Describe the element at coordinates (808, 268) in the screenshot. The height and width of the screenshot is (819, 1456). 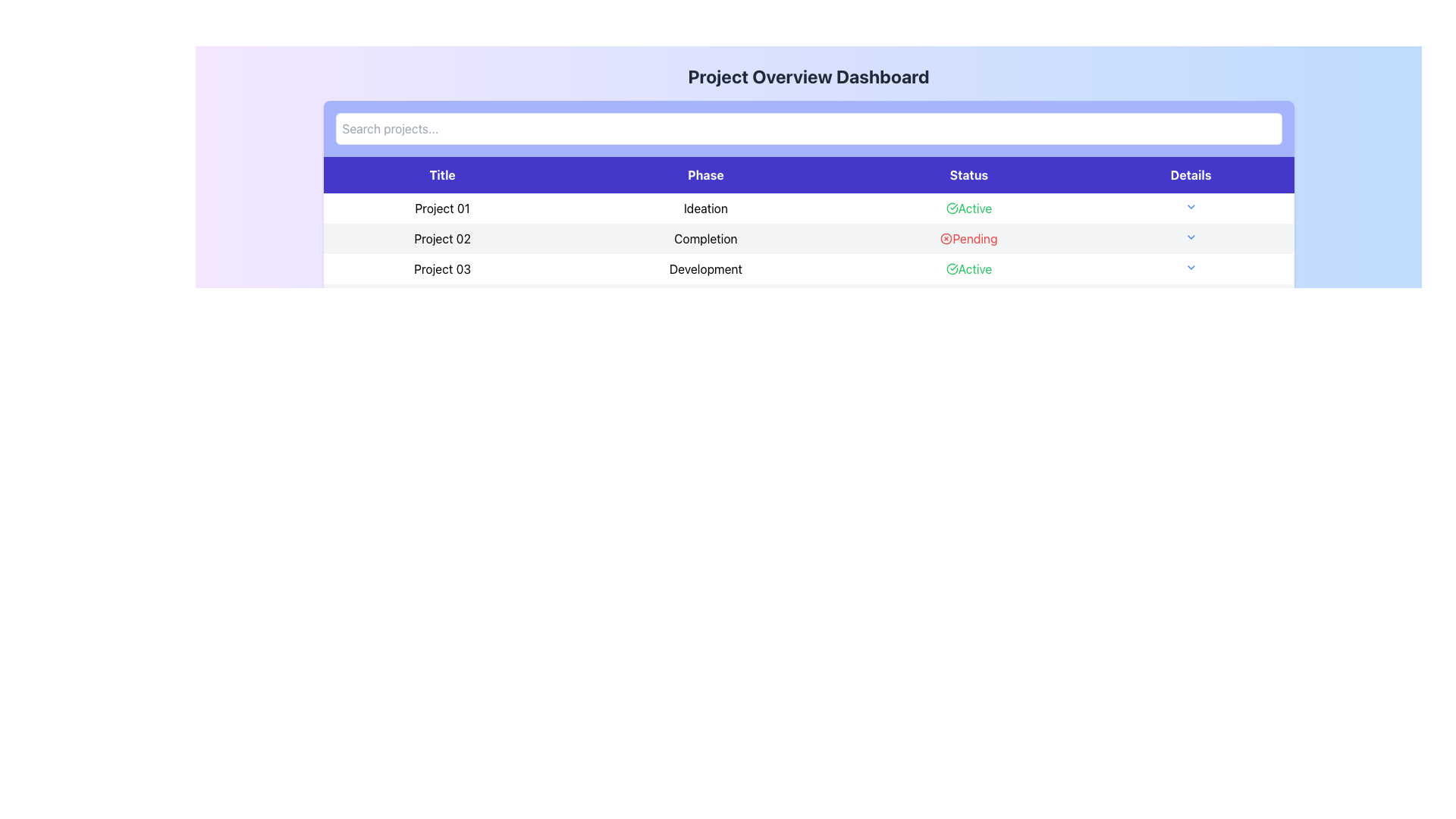
I see `the third row of the data table displaying 'Project 03', 'Development', and 'Active'` at that location.